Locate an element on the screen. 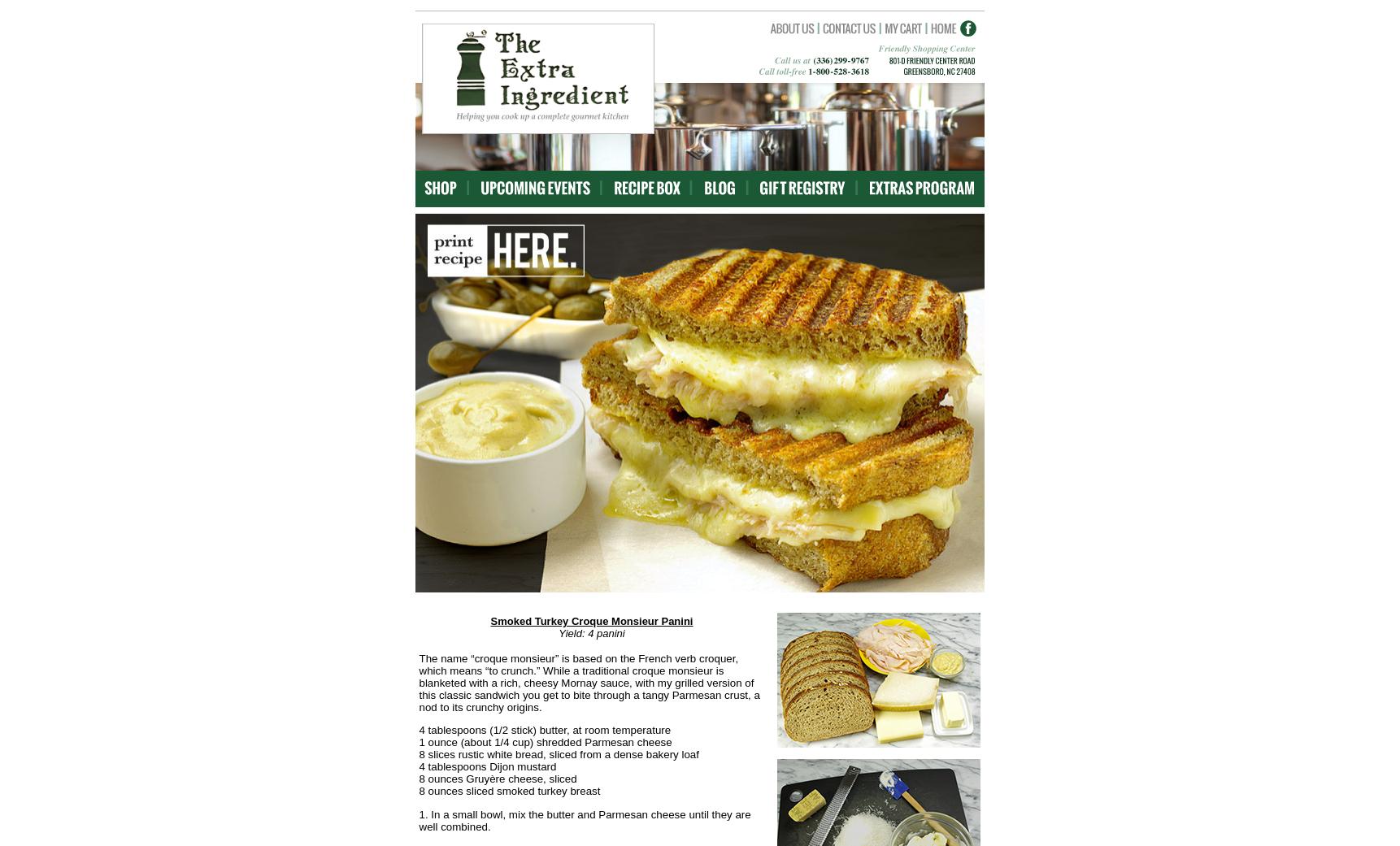 This screenshot has width=1400, height=846. '8 ounces Gruyère cheese, sliced' is located at coordinates (496, 779).